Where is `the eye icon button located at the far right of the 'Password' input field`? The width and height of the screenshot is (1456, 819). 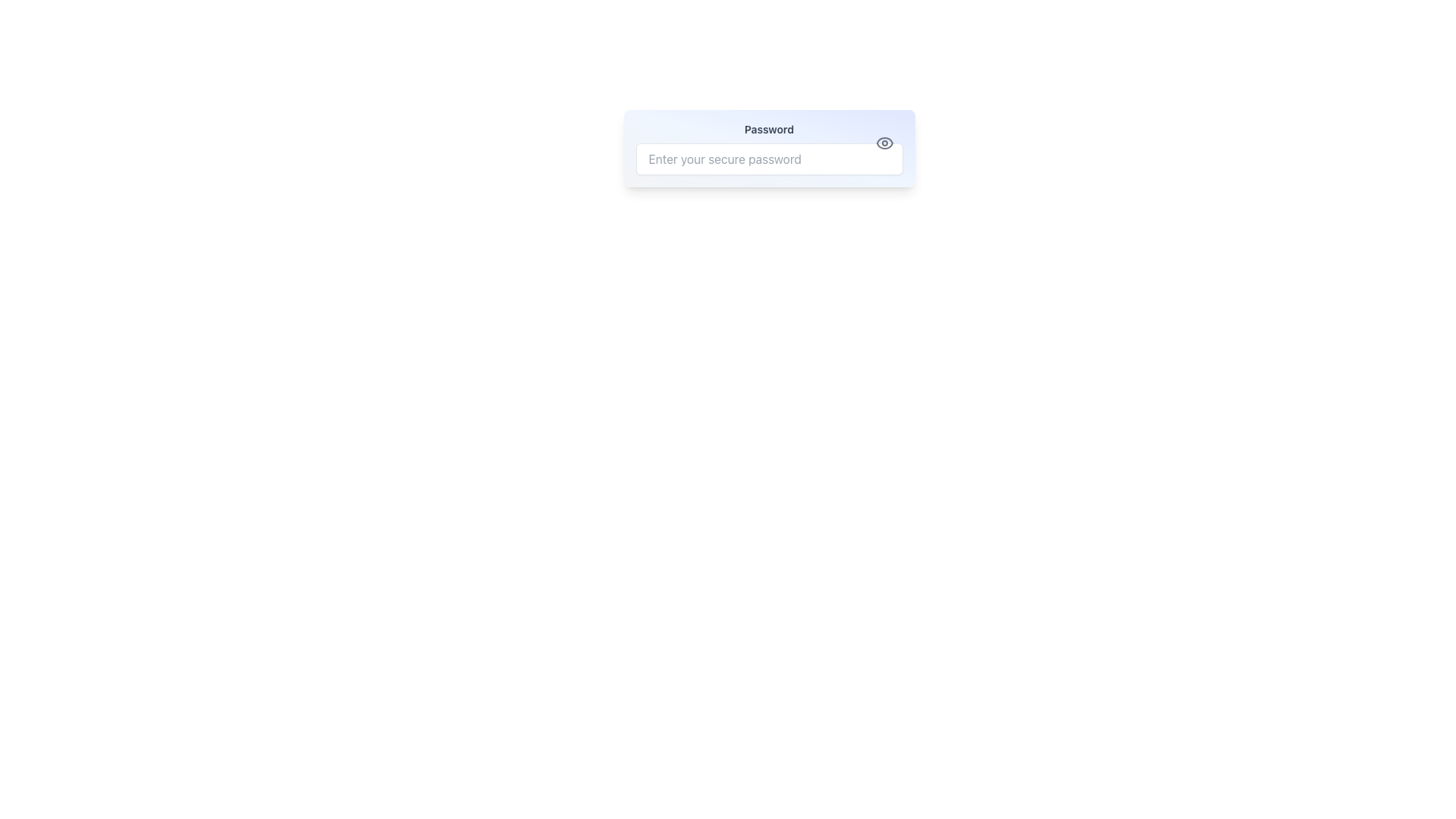 the eye icon button located at the far right of the 'Password' input field is located at coordinates (884, 143).